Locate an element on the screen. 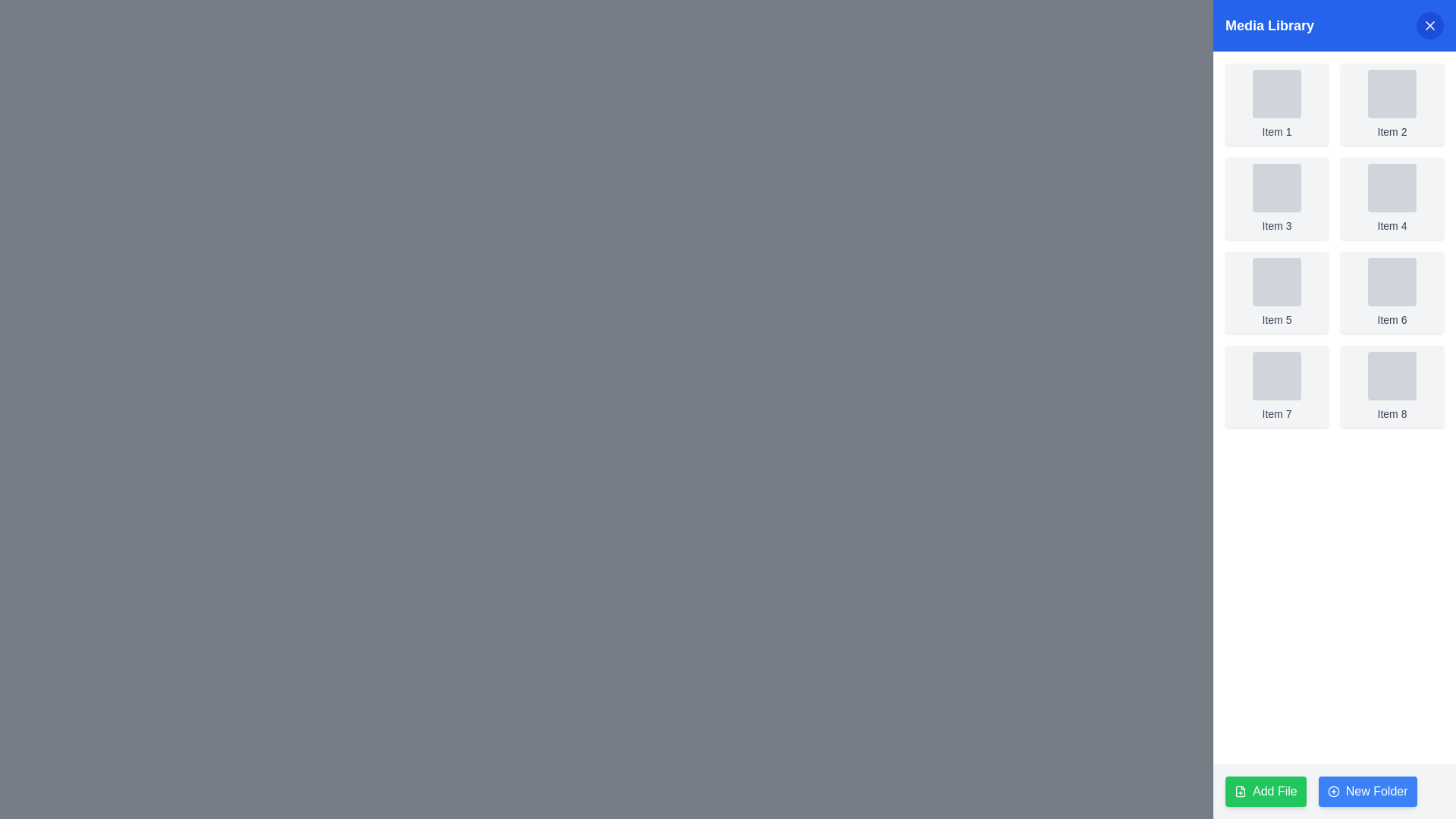  the circular button with a blue background and a white 'X' symbol located in the top-right corner of the header labeled 'Media Library' is located at coordinates (1429, 26).